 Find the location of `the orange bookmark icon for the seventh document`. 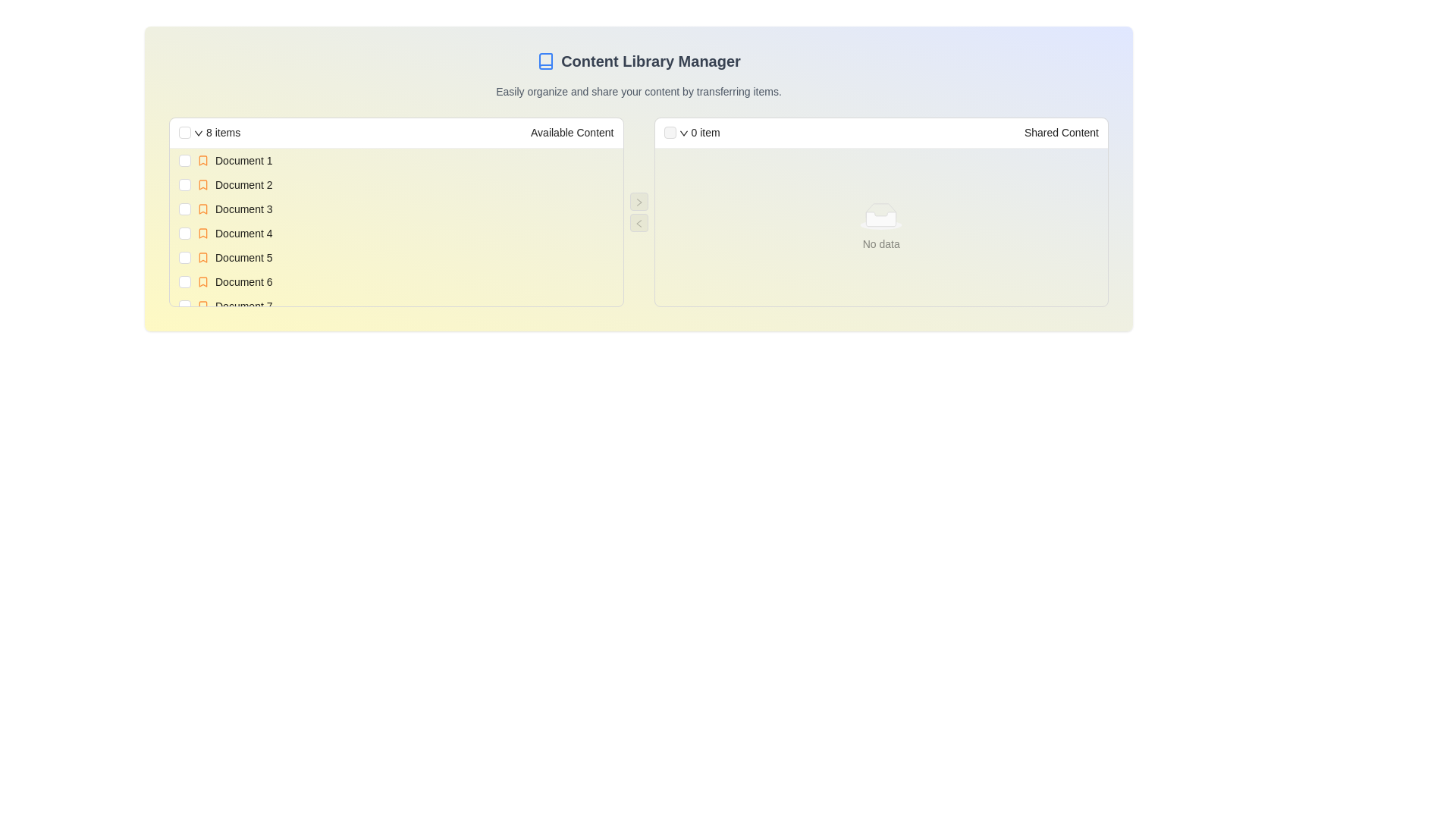

the orange bookmark icon for the seventh document is located at coordinates (202, 306).